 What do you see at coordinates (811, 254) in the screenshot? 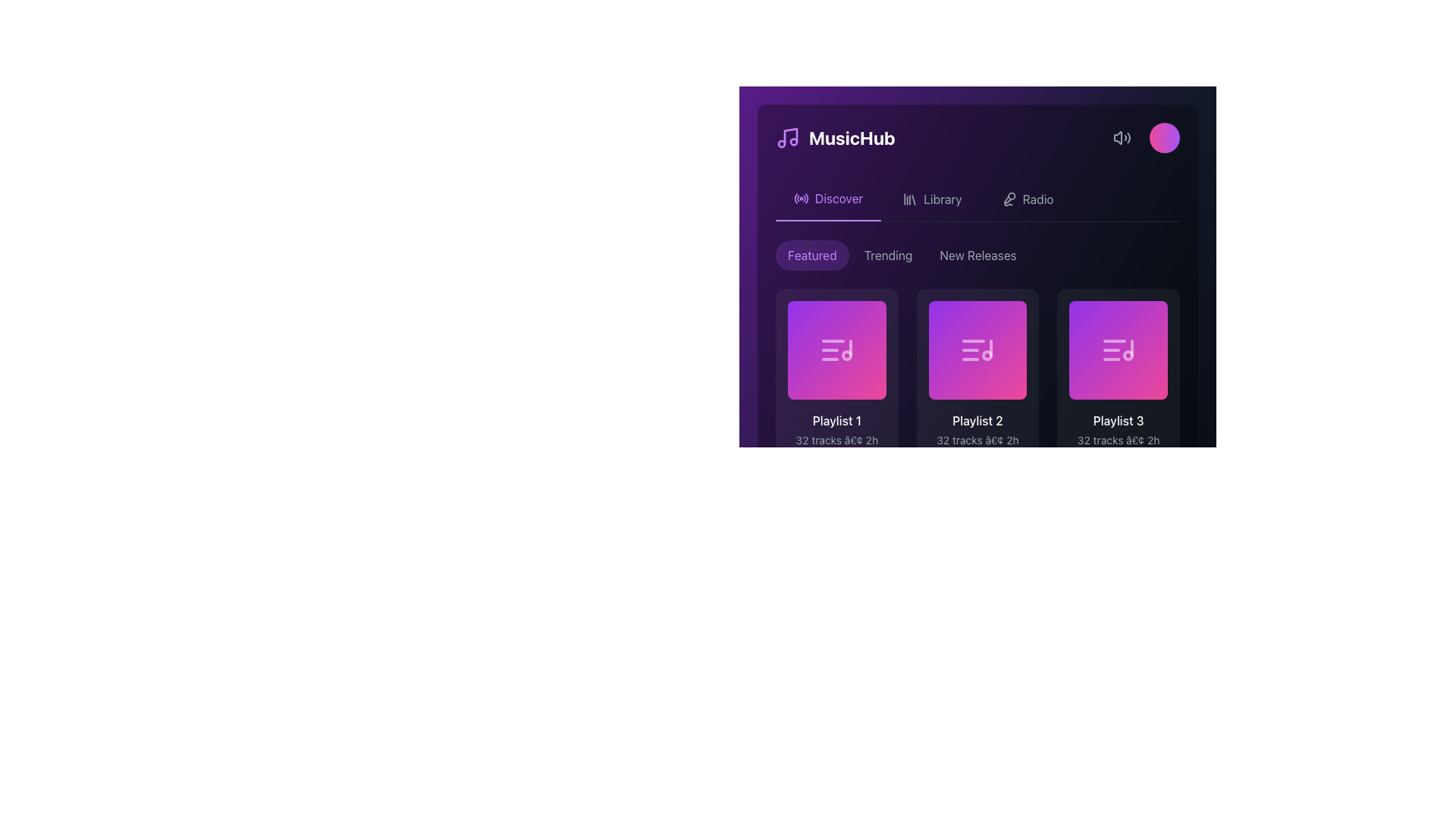
I see `the 'Featured' button, which is the first button in a horizontal group and positioned below the main navigation bar, to observe its hover effect` at bounding box center [811, 254].